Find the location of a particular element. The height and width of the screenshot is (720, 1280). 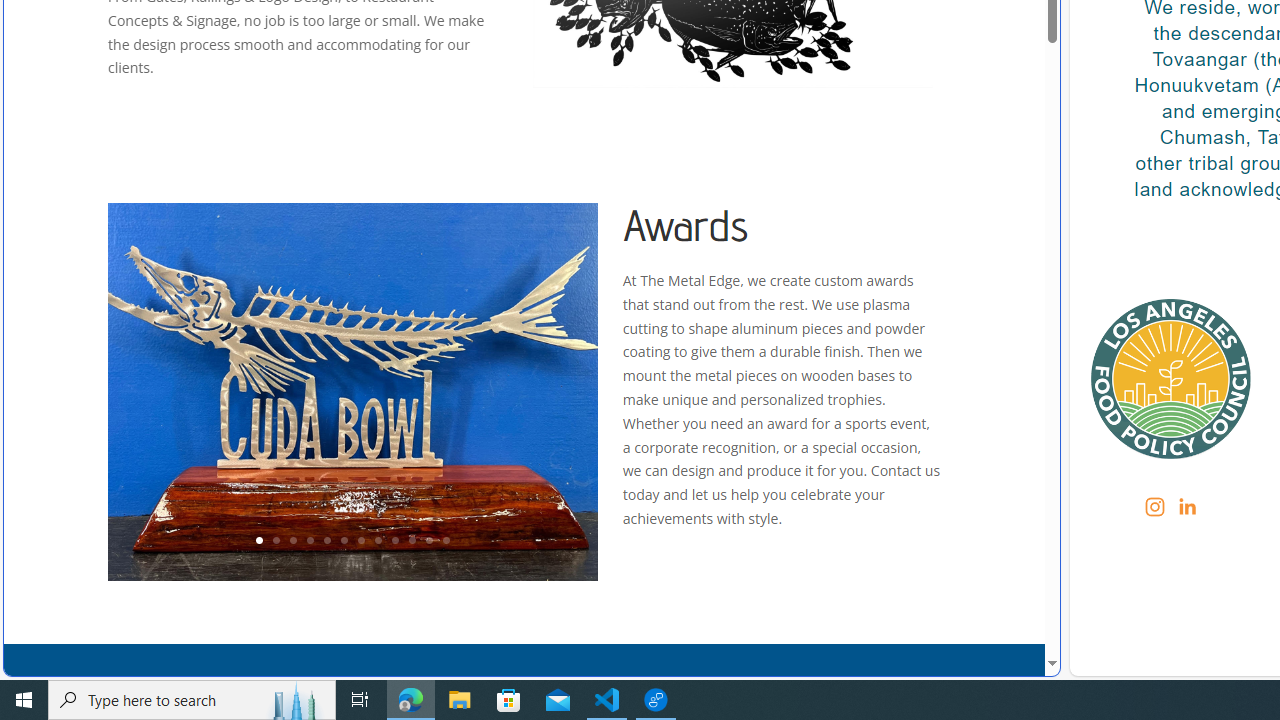

'4' is located at coordinates (308, 541).